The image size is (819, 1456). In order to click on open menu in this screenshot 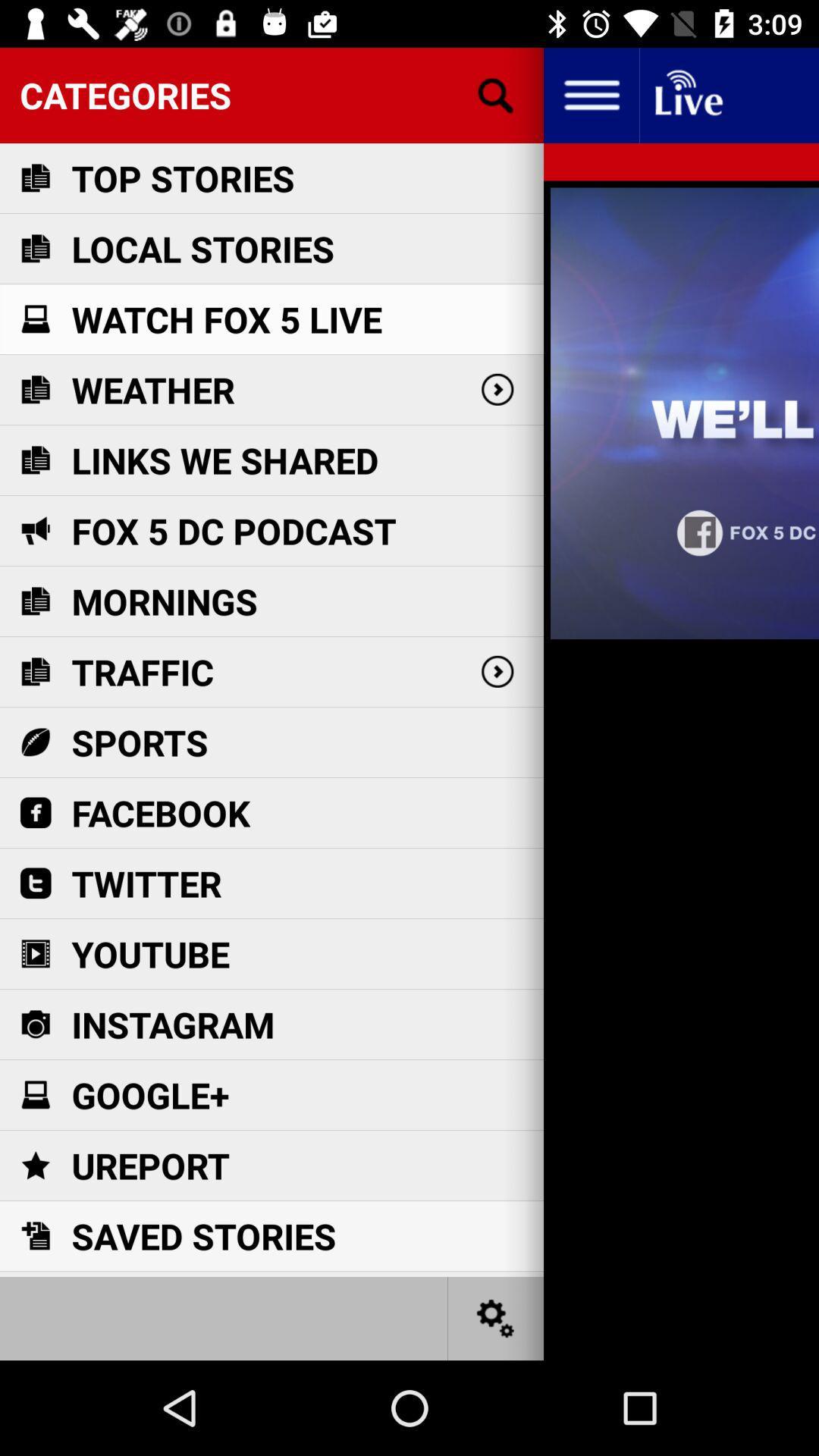, I will do `click(590, 94)`.